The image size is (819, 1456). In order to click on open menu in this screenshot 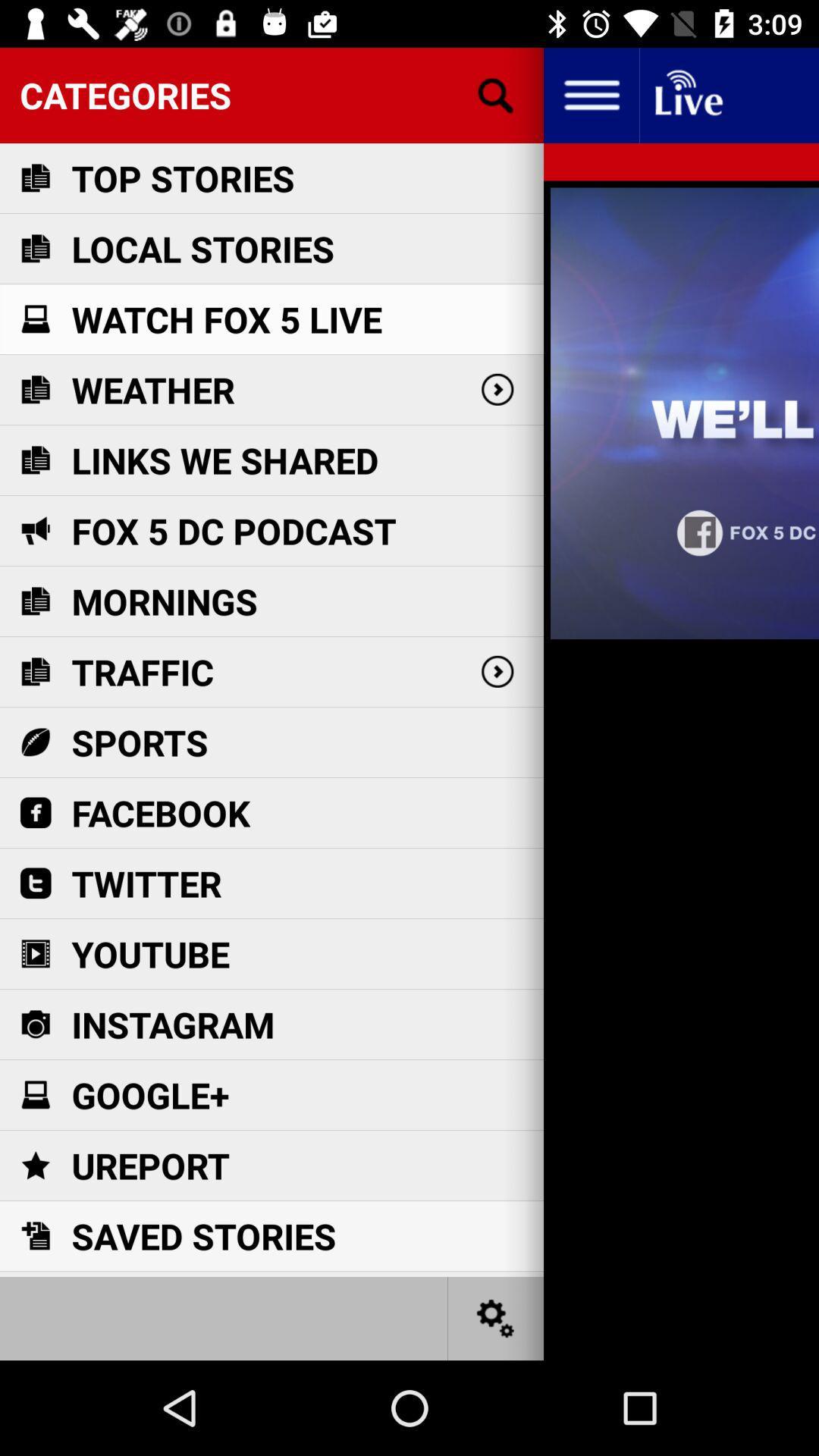, I will do `click(590, 94)`.